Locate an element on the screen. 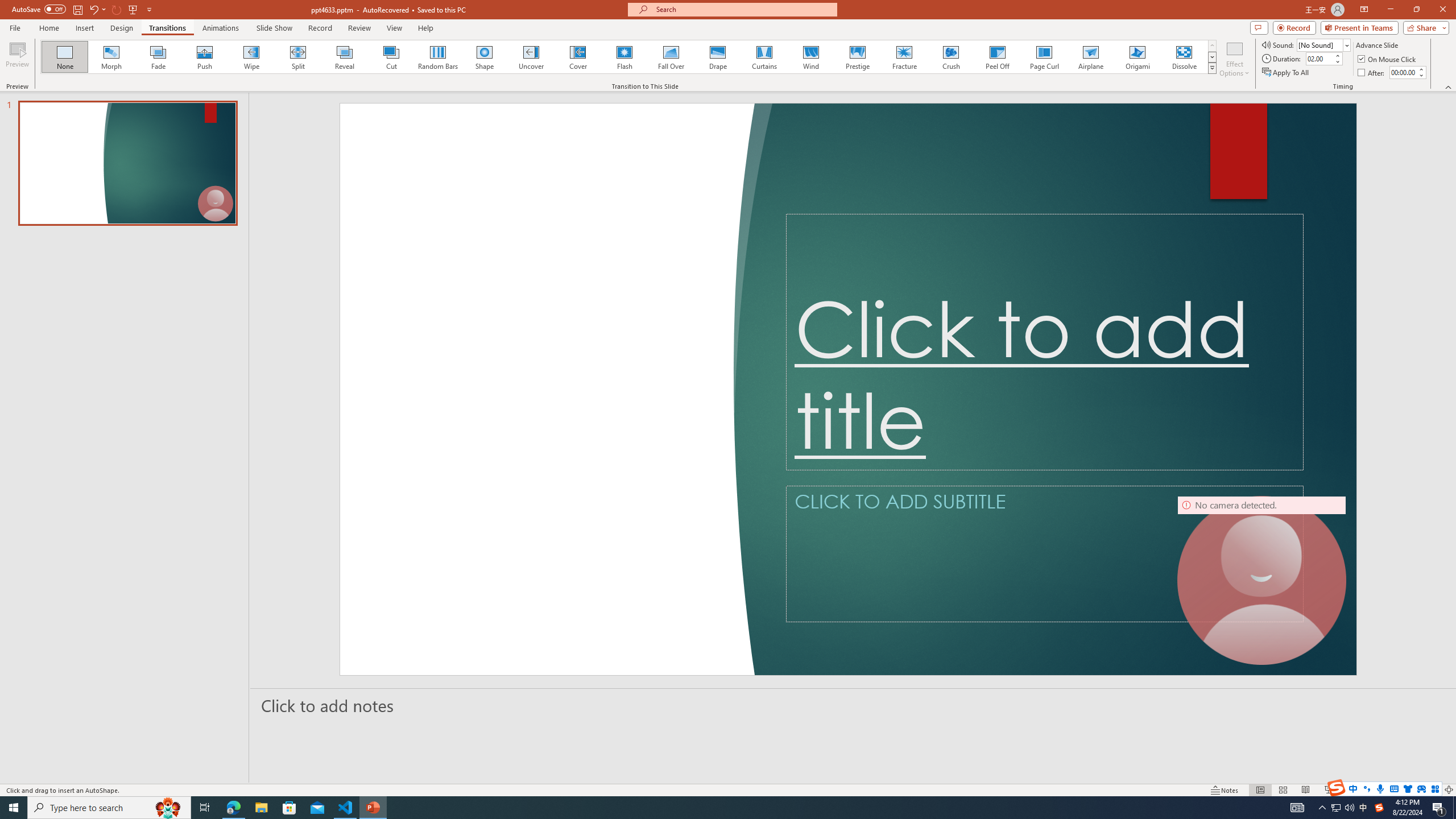  'Transition Effects' is located at coordinates (1212, 67).